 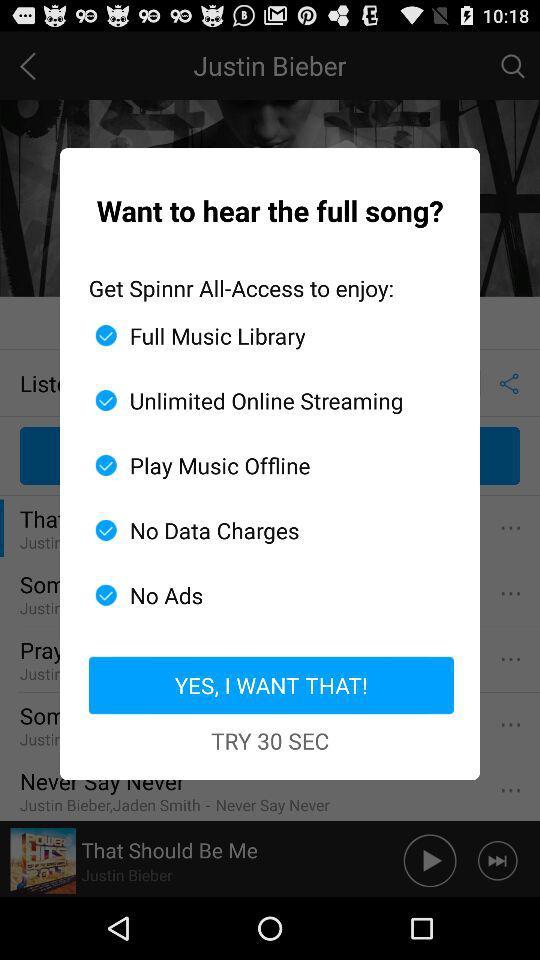 What do you see at coordinates (262, 399) in the screenshot?
I see `the unlimited online streaming` at bounding box center [262, 399].